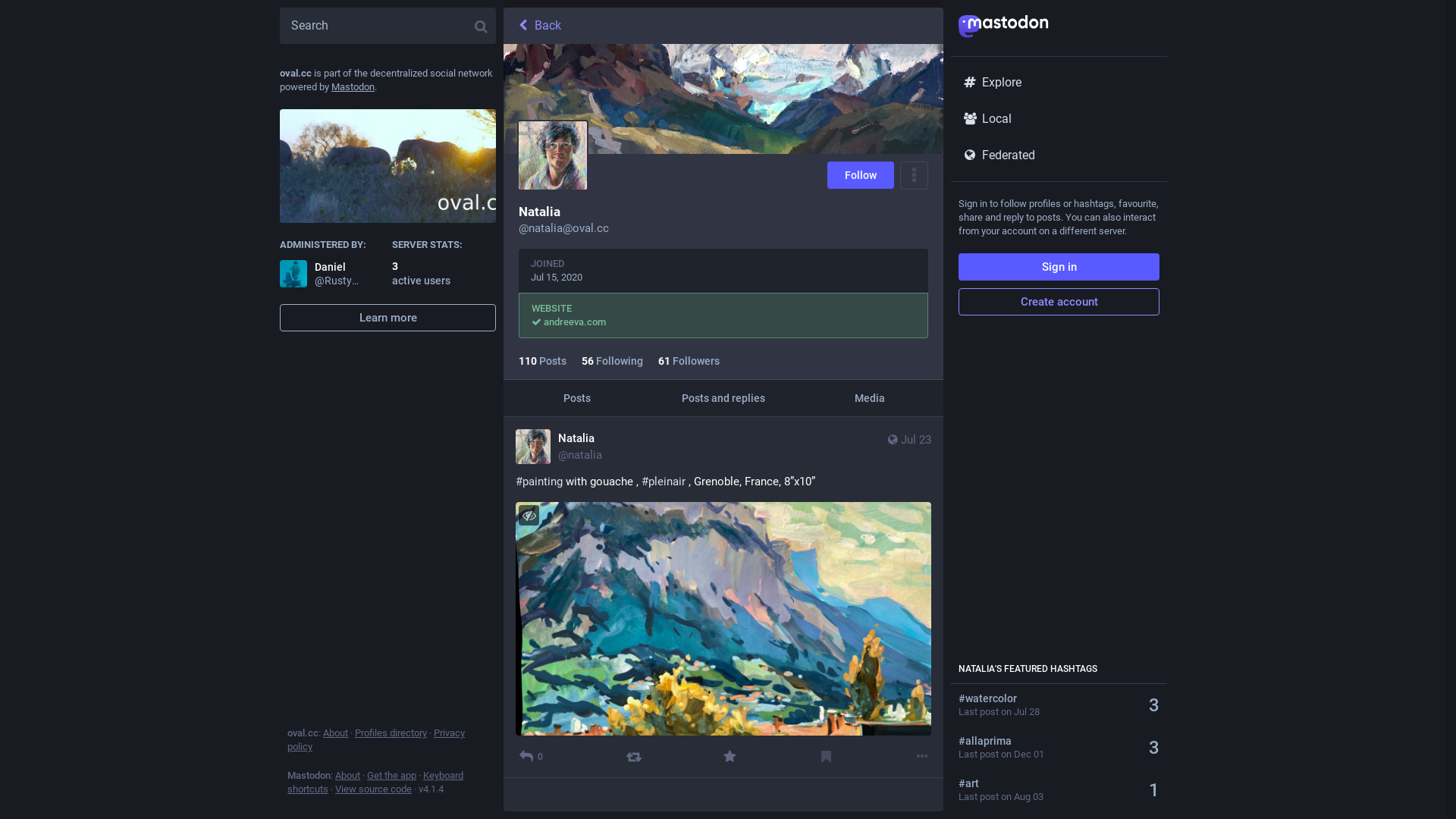 The height and width of the screenshot is (819, 1456). What do you see at coordinates (536, 321) in the screenshot?
I see `'Ownership of this link was checked on Jul 22, 2020, 23:04'` at bounding box center [536, 321].